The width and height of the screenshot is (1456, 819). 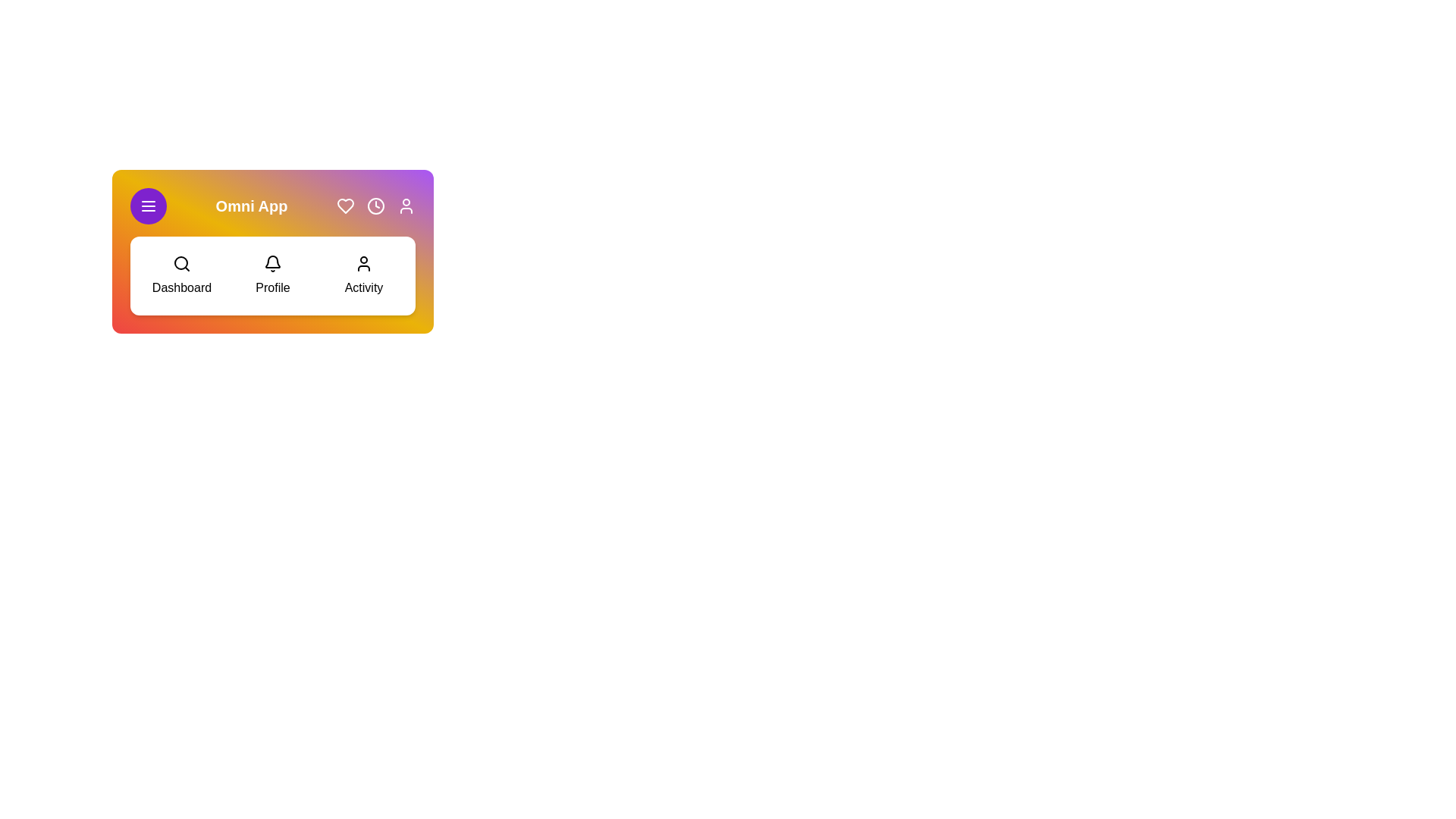 I want to click on the 'Heart' icon in the top-right corner of the StylishAppBar, so click(x=345, y=206).